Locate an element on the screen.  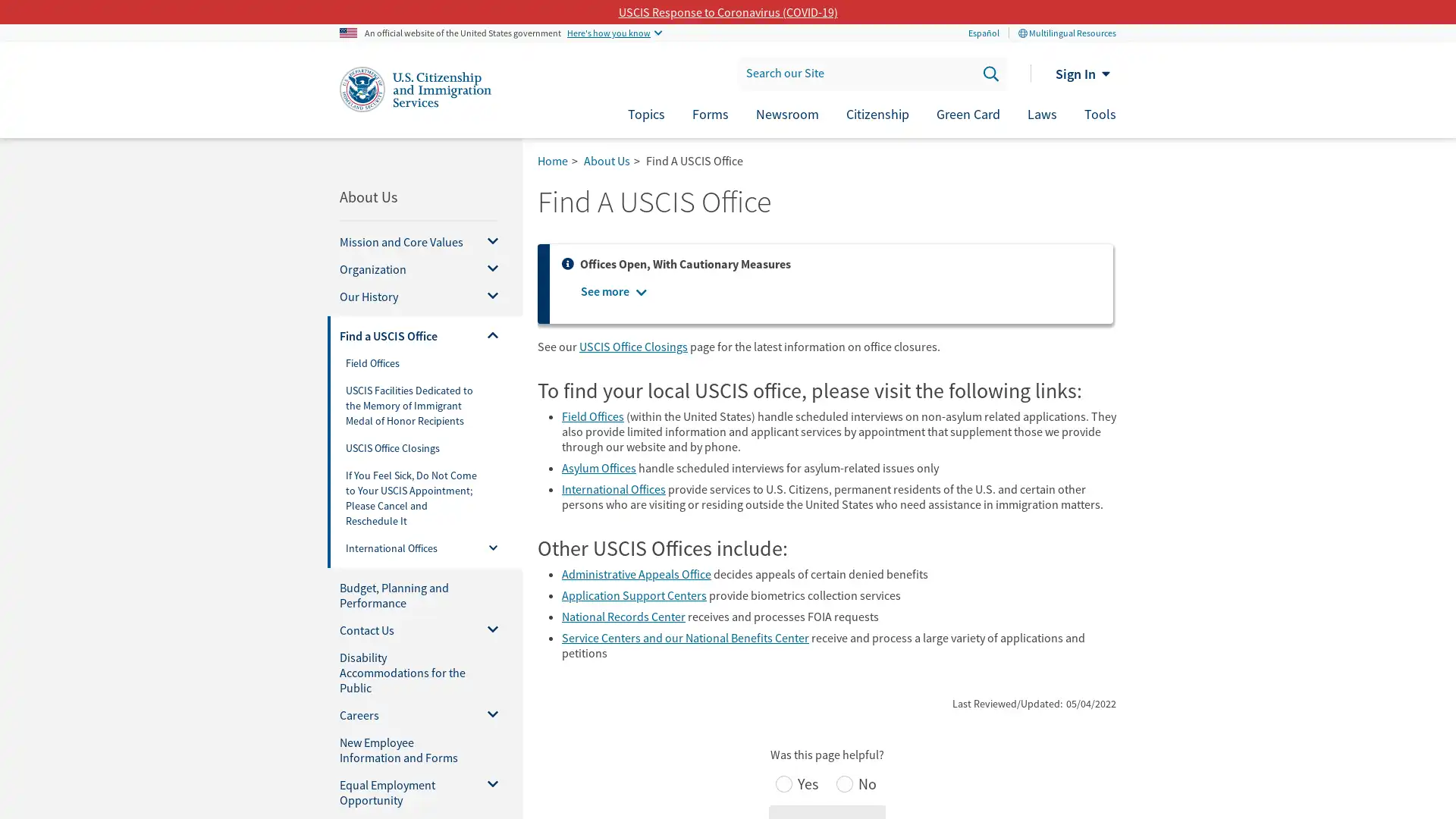
Toggle menu for Careers is located at coordinates (487, 714).